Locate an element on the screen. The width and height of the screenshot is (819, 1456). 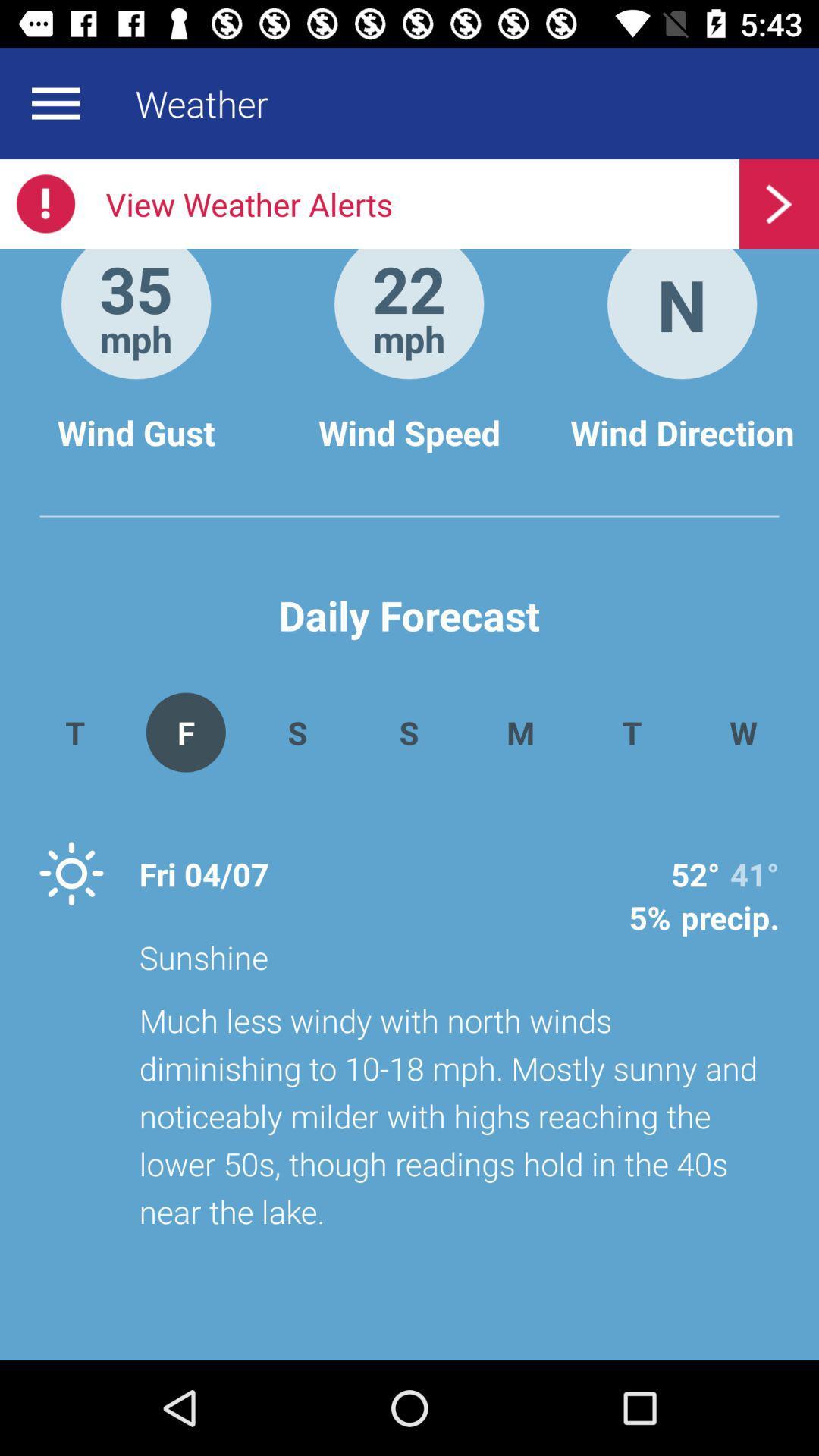
icon next to the t is located at coordinates (742, 732).